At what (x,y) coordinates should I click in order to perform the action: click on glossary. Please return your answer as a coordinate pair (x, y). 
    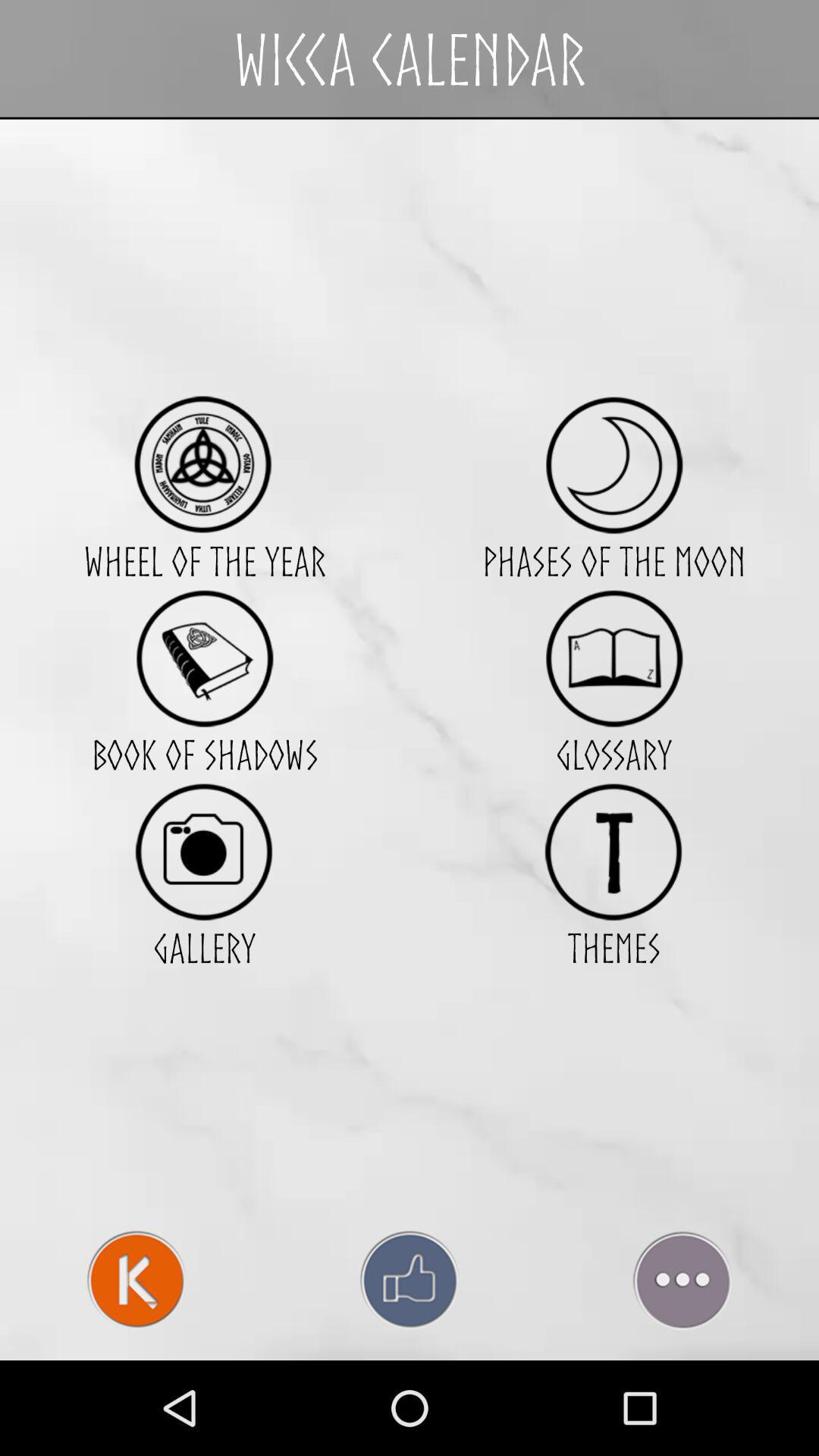
    Looking at the image, I should click on (613, 658).